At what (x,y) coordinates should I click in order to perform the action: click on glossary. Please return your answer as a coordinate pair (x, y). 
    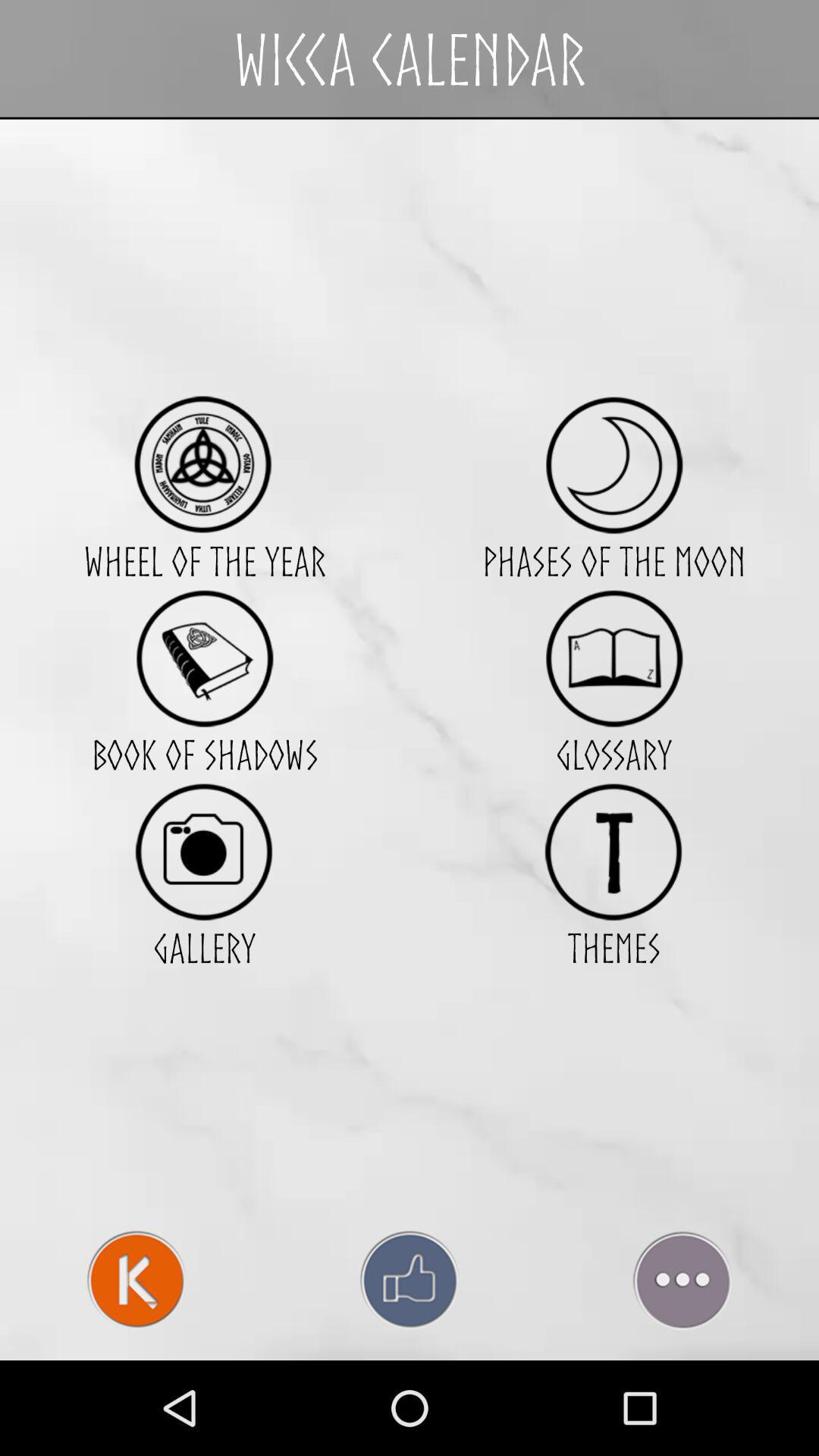
    Looking at the image, I should click on (613, 658).